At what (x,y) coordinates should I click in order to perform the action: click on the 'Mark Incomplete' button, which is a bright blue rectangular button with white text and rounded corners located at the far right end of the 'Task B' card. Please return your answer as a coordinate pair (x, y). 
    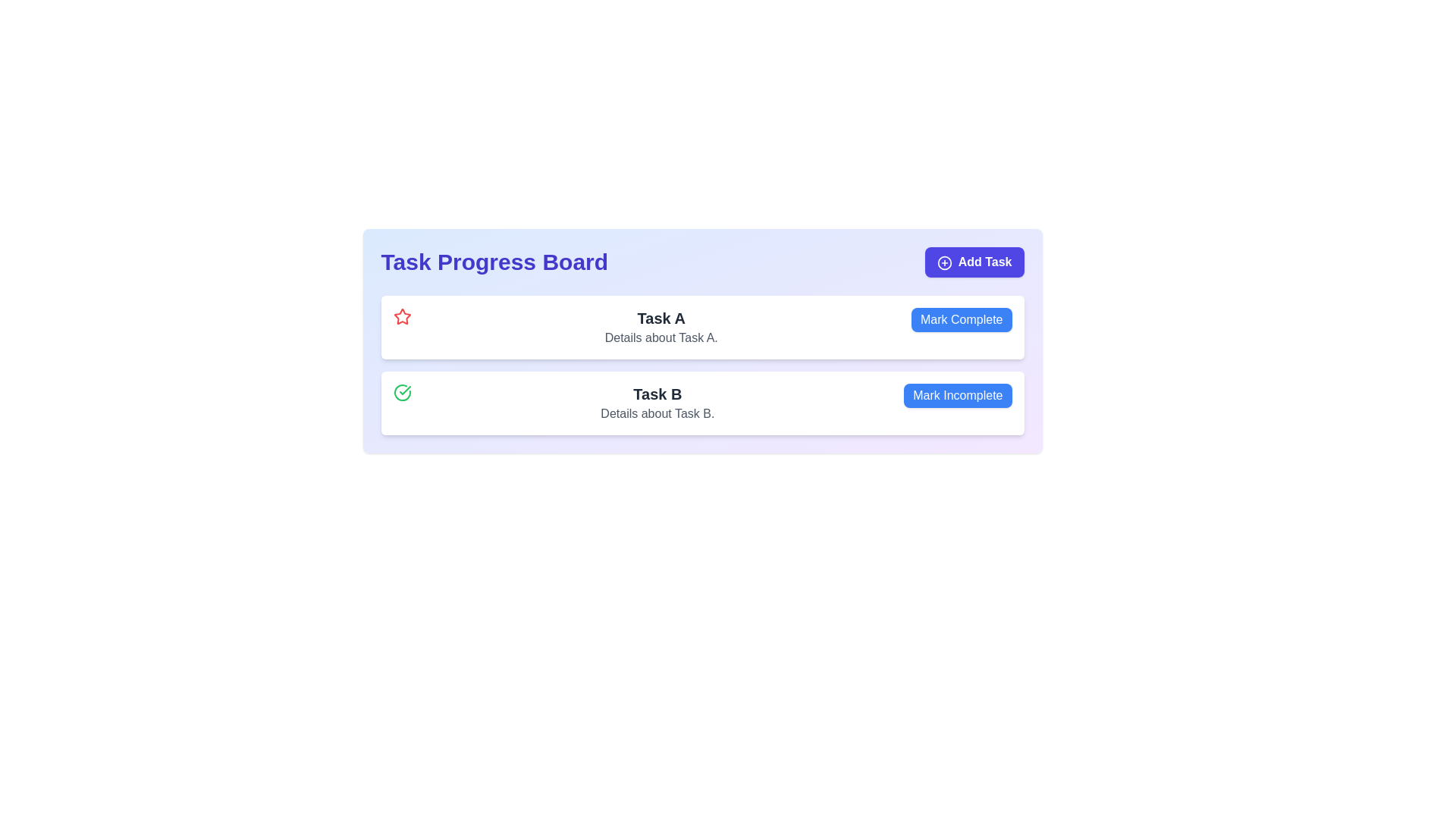
    Looking at the image, I should click on (957, 394).